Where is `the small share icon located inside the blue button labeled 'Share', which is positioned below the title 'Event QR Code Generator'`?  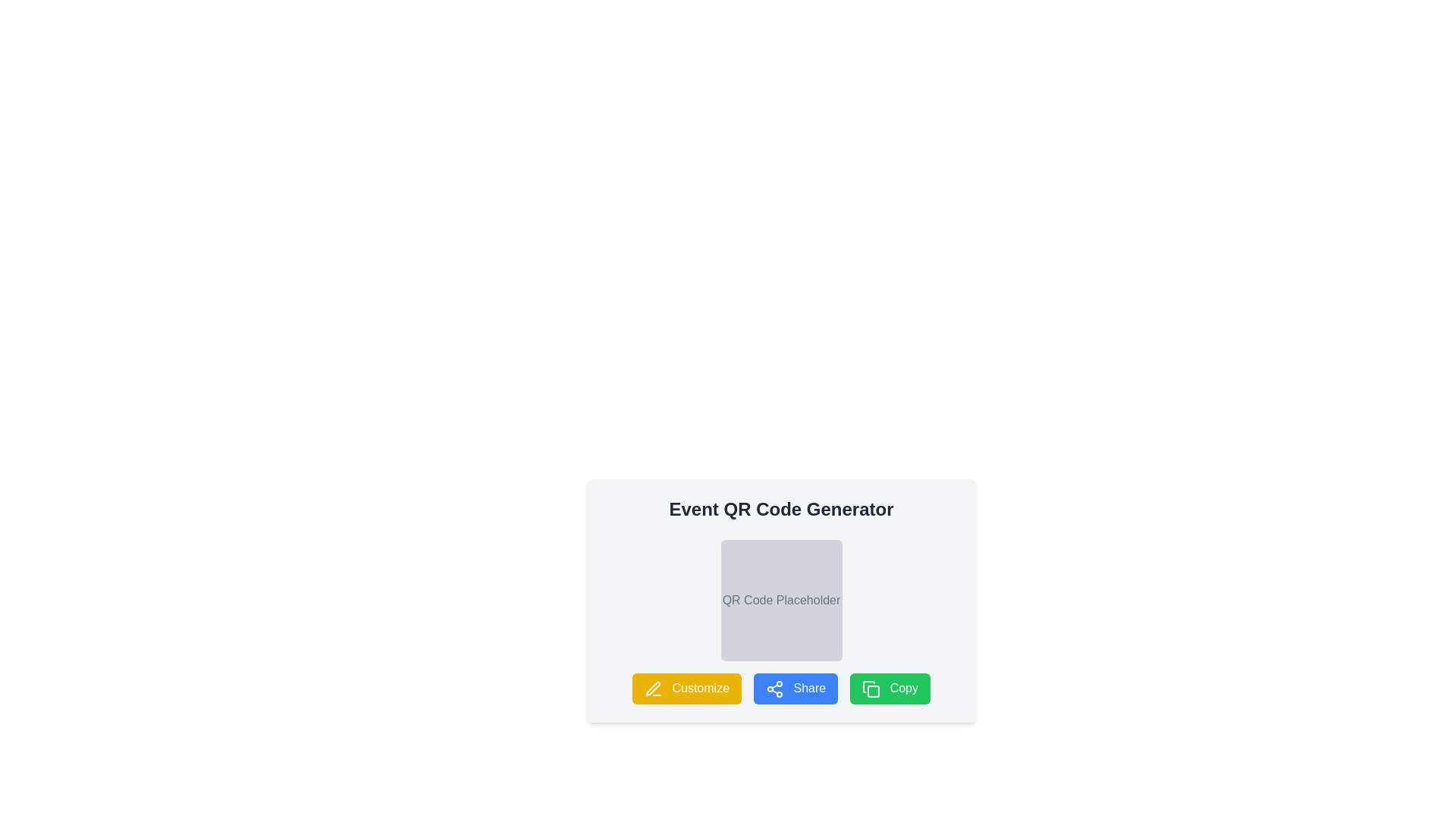
the small share icon located inside the blue button labeled 'Share', which is positioned below the title 'Event QR Code Generator' is located at coordinates (775, 689).